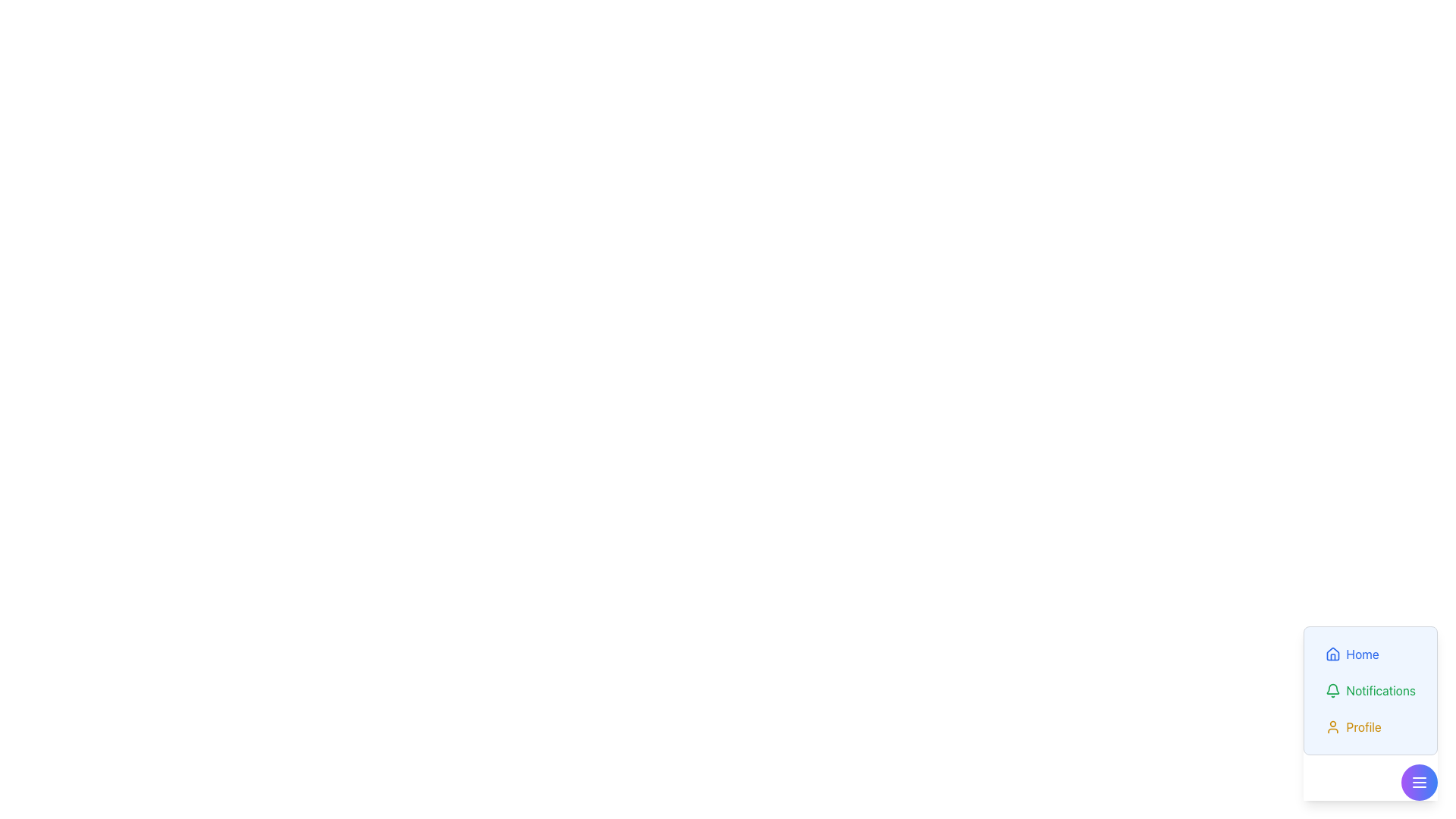  Describe the element at coordinates (1332, 654) in the screenshot. I see `the 'Home' menu icon located to the left of the text label 'Home' in the top section of the vertical menu list` at that location.